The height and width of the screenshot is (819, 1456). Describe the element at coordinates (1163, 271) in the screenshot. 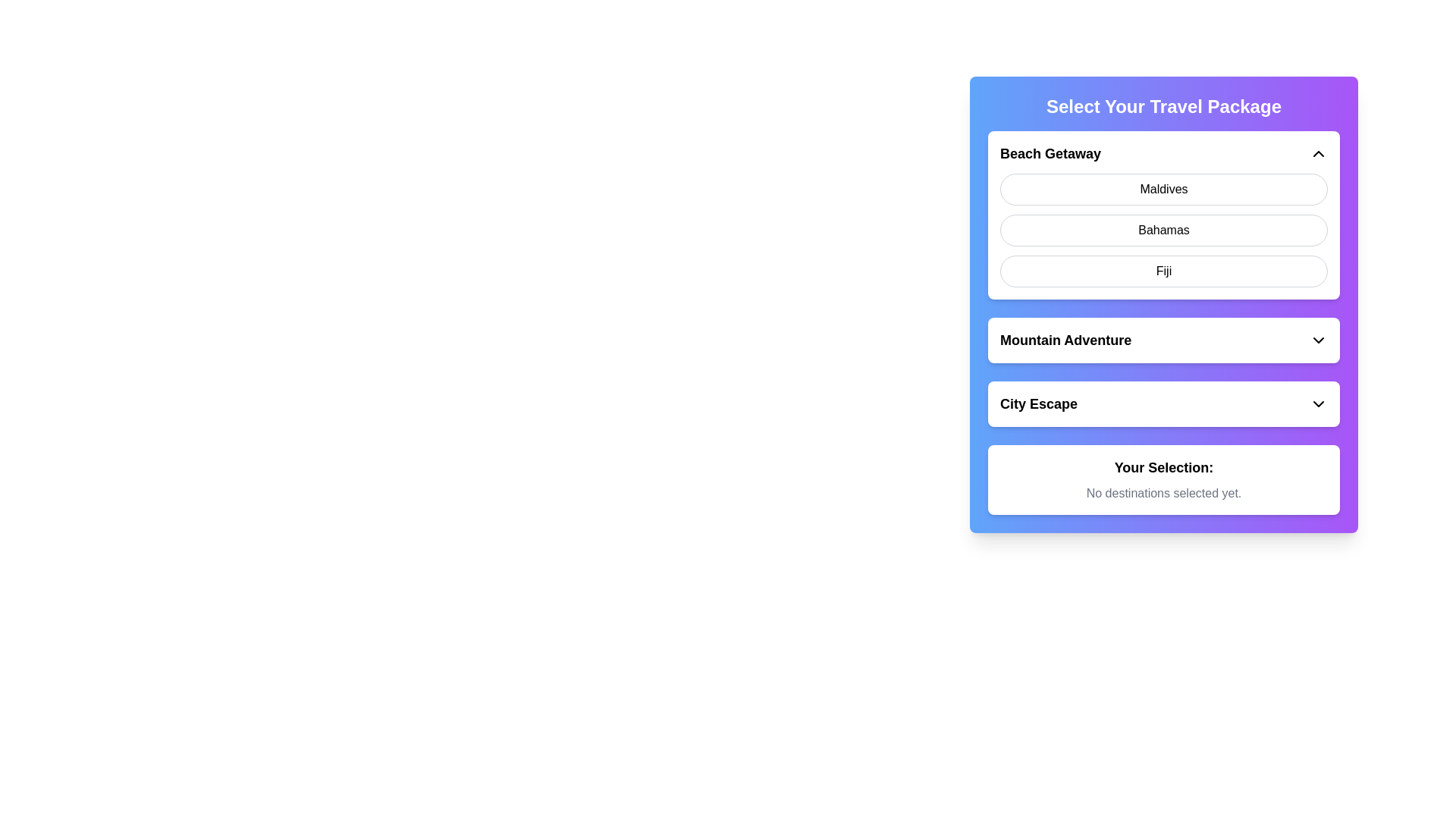

I see `the 'Fiji' travel package button, which is the third button under the 'Beach Getaway' section, to change its background color to light blue` at that location.